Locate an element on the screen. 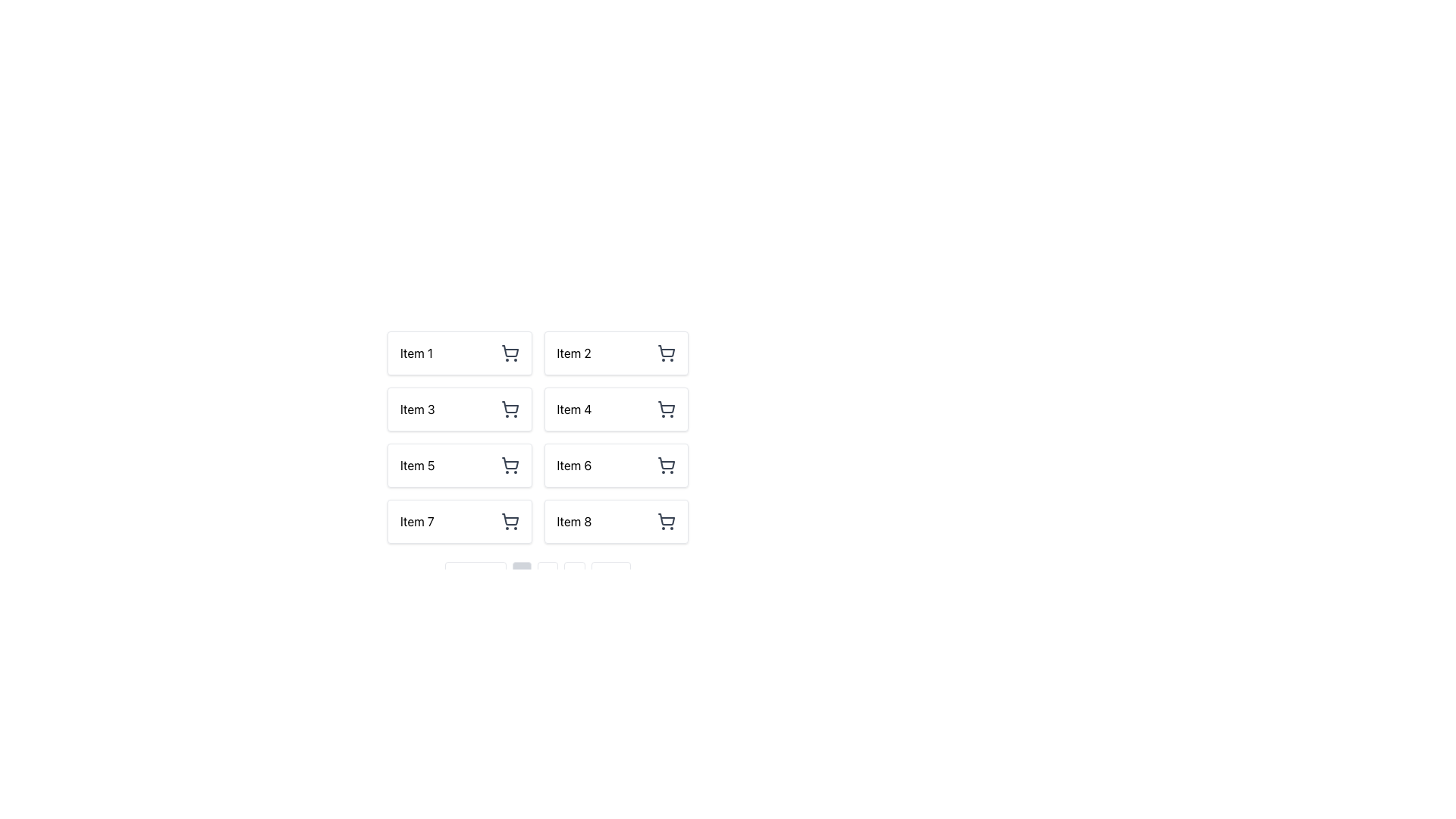 Image resolution: width=1456 pixels, height=819 pixels. the Text Label that serves as a label or identifier for a specific item in the first column of the second row in the grid is located at coordinates (417, 409).